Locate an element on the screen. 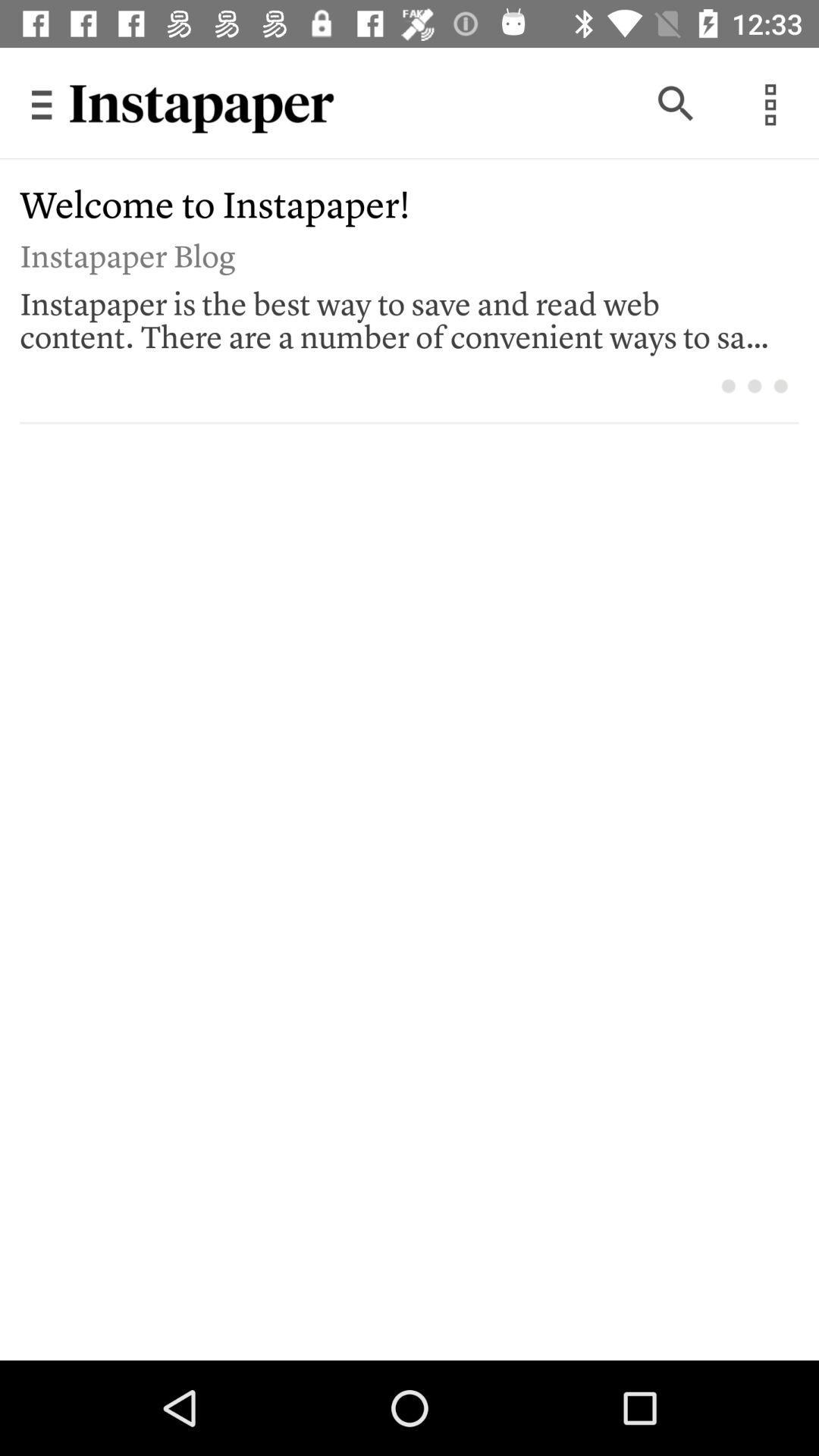  the instapaper blog is located at coordinates (398, 253).